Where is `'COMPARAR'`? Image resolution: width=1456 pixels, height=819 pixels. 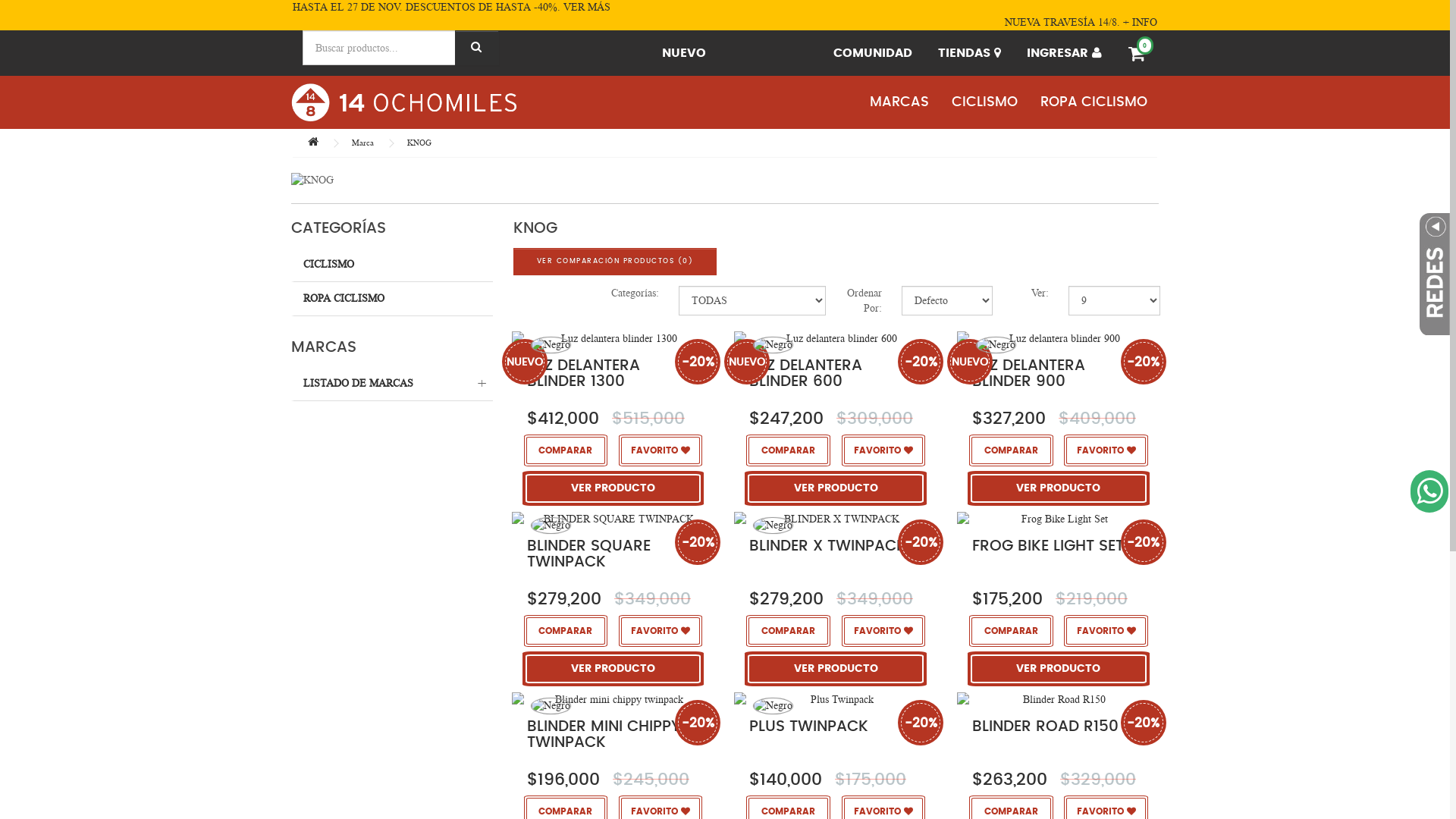 'COMPARAR' is located at coordinates (564, 449).